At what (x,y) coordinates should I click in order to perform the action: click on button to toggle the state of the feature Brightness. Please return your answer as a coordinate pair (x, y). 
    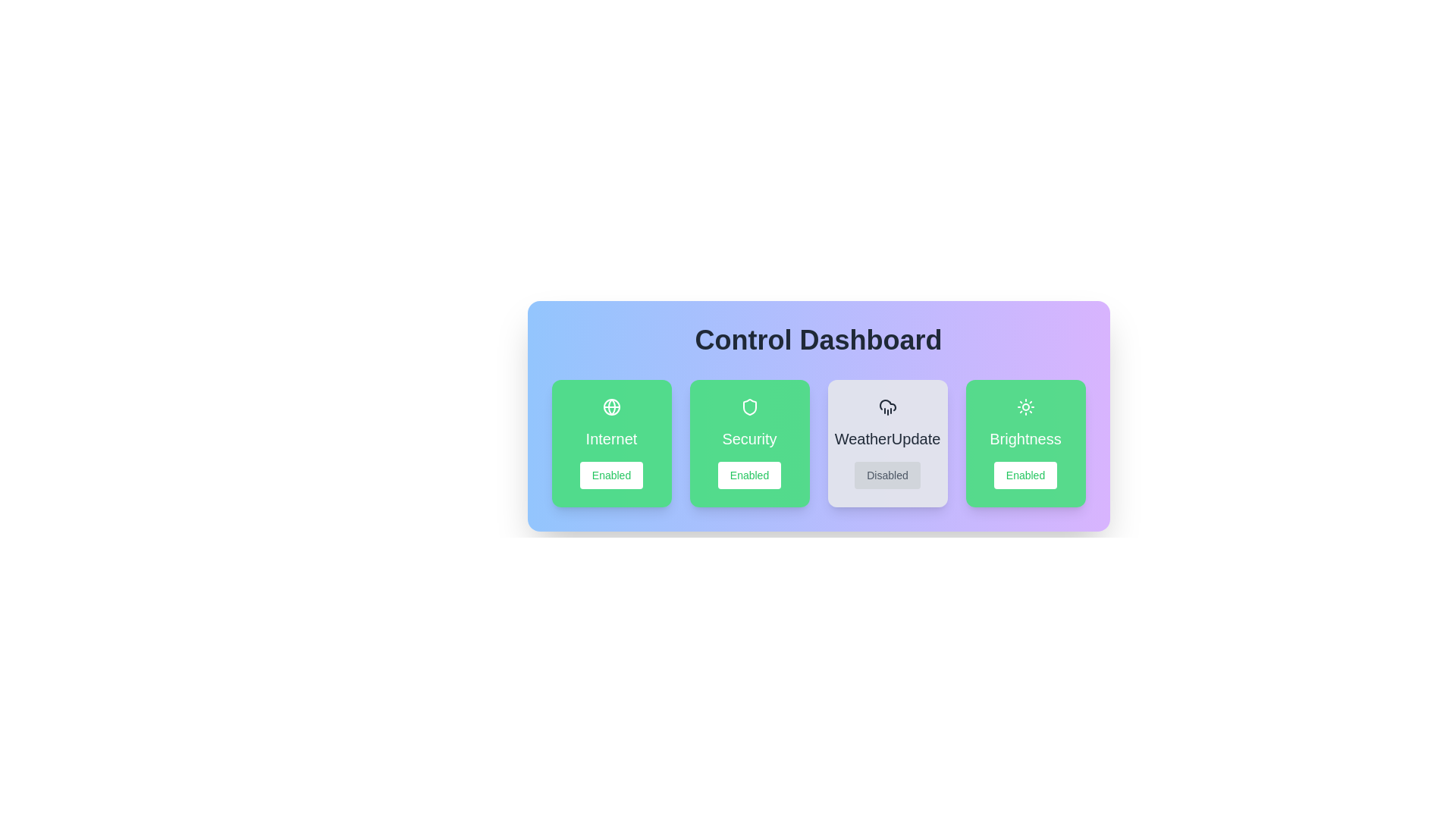
    Looking at the image, I should click on (1025, 475).